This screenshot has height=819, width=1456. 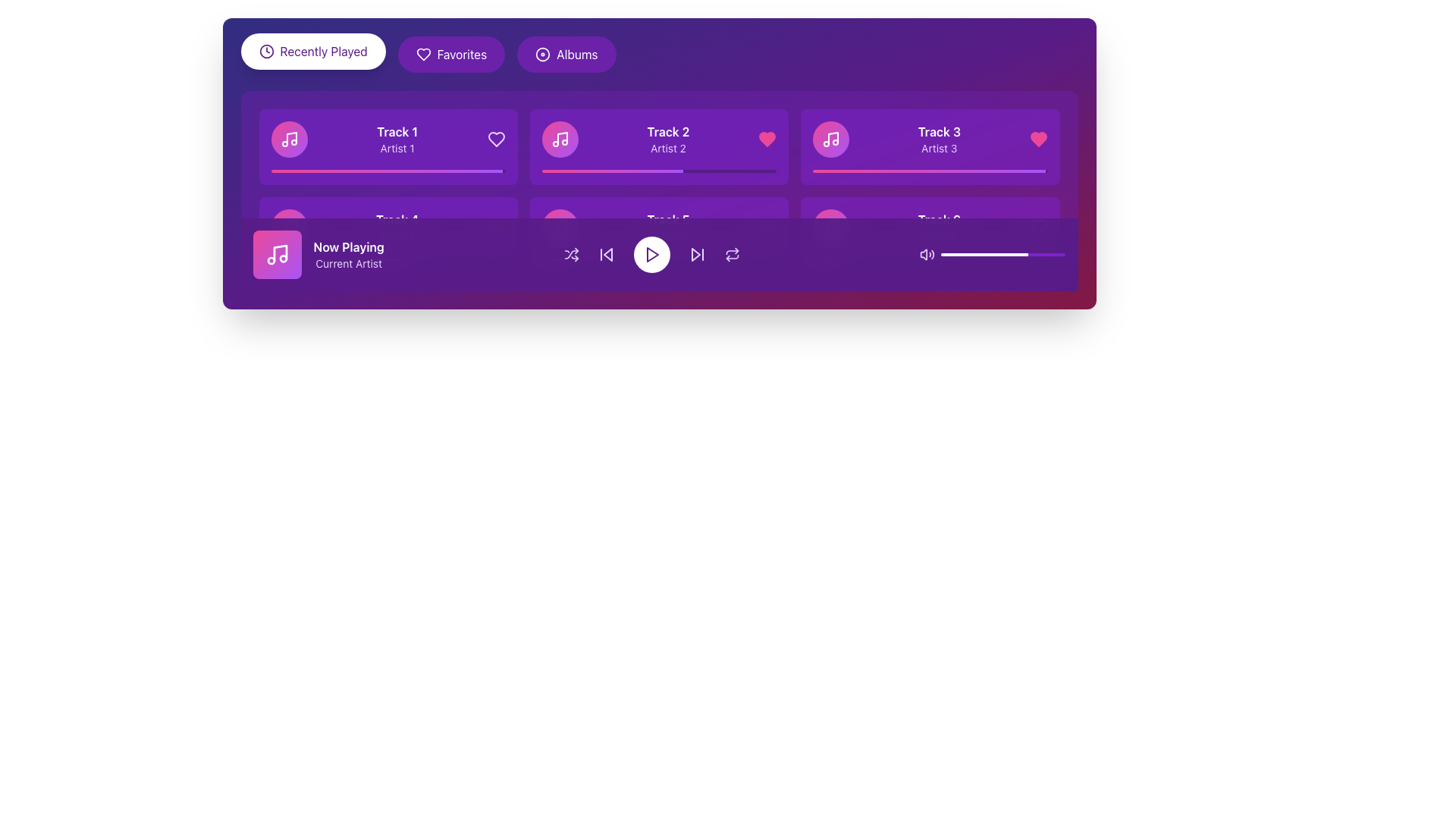 What do you see at coordinates (1056, 253) in the screenshot?
I see `the volume level` at bounding box center [1056, 253].